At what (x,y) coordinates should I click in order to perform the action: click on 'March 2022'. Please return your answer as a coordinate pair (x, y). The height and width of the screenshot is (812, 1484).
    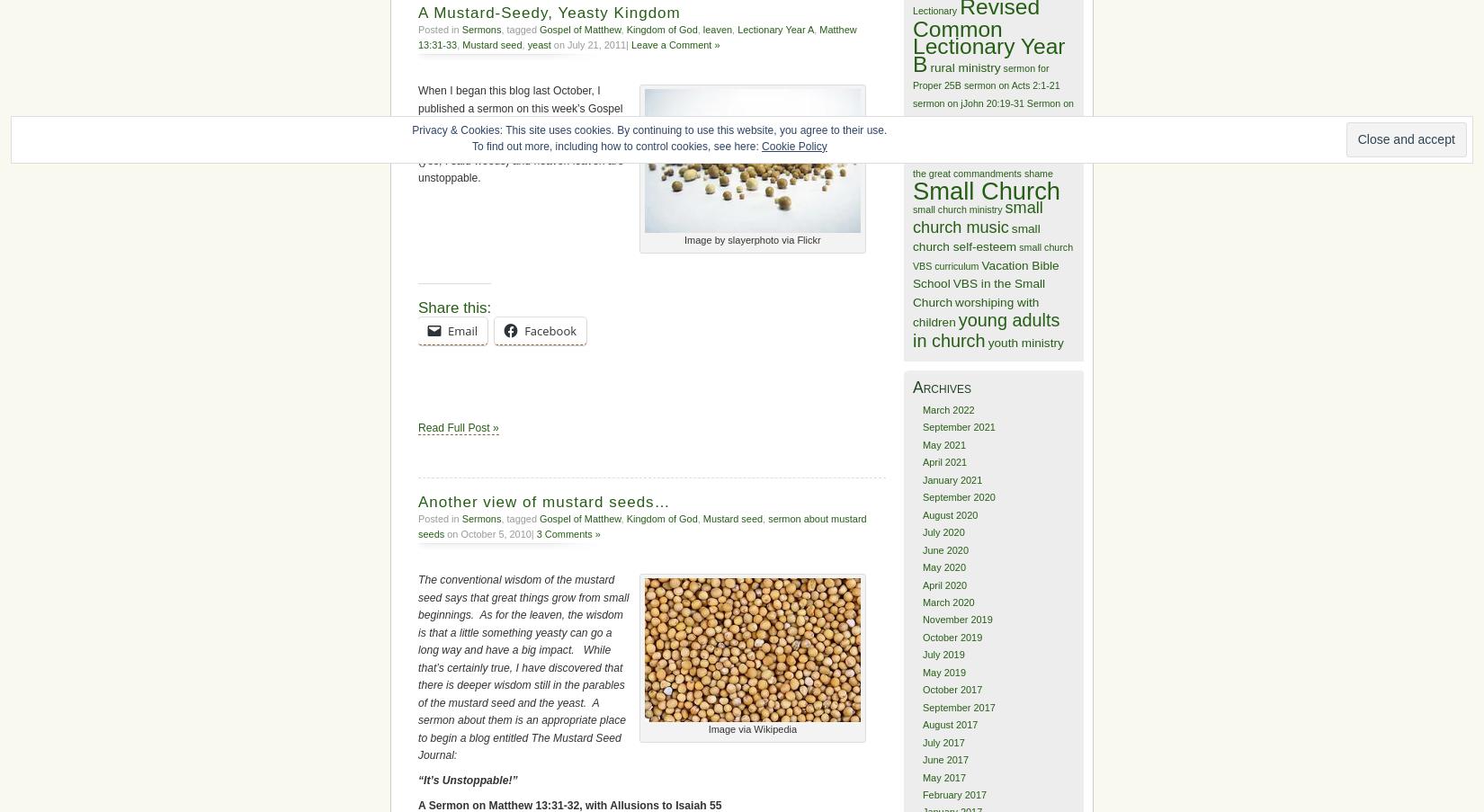
    Looking at the image, I should click on (948, 410).